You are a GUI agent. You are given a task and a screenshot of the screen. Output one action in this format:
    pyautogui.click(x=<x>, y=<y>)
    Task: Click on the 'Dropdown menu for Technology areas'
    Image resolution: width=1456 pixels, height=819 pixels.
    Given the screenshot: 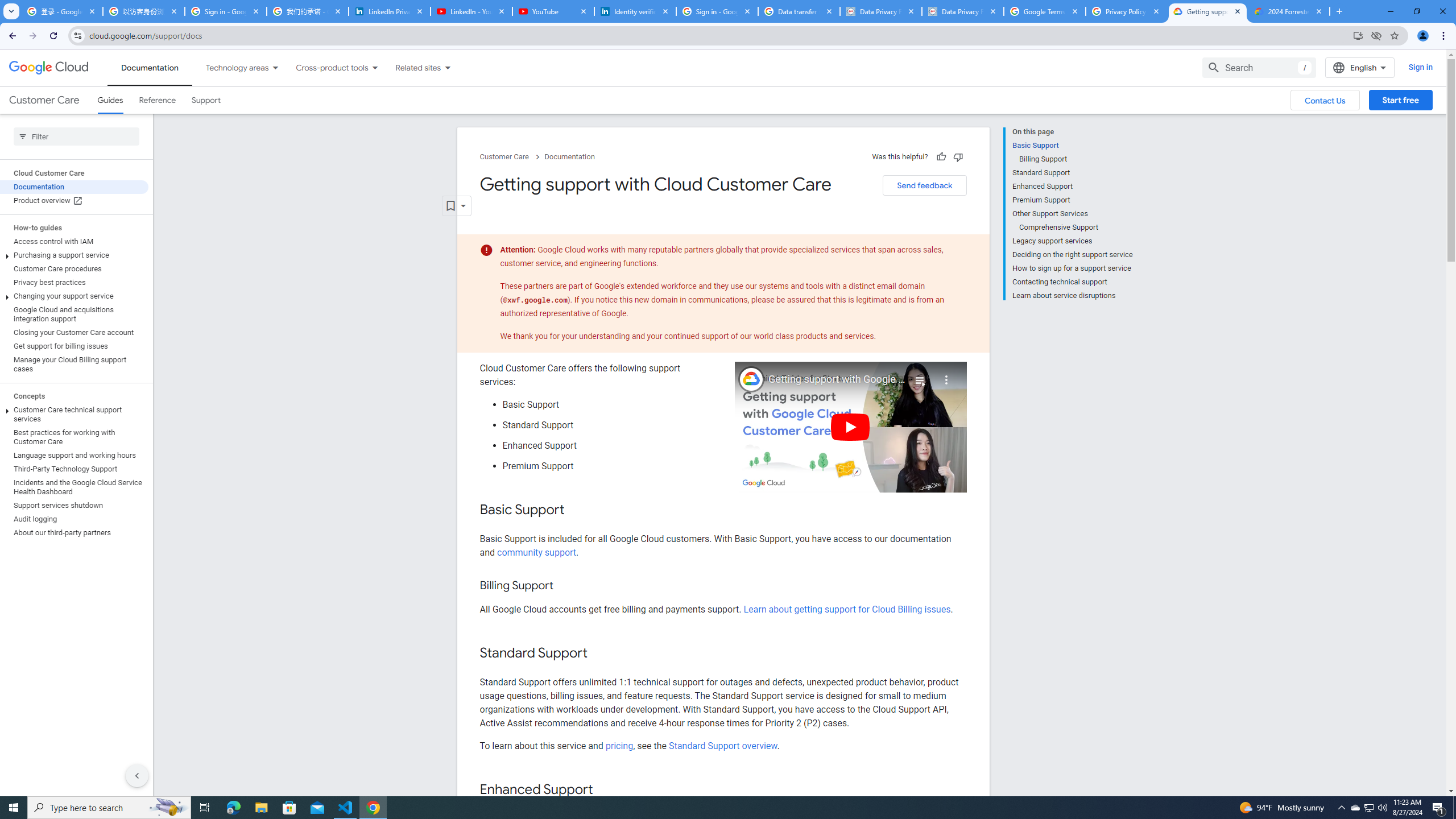 What is the action you would take?
    pyautogui.click(x=274, y=67)
    